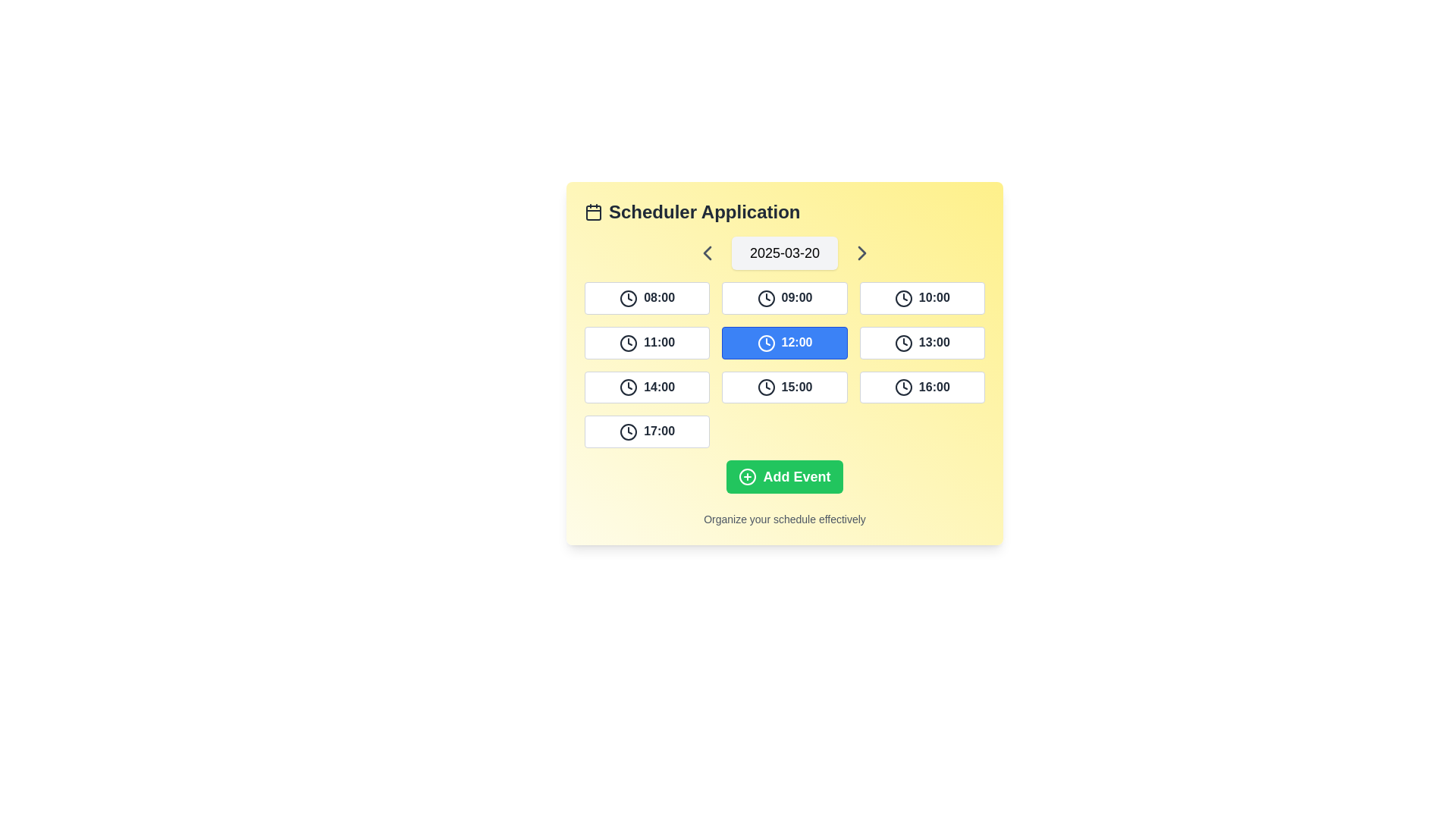  I want to click on the button in the first row of the grid layout under the 'Scheduler Application' header, so click(647, 298).